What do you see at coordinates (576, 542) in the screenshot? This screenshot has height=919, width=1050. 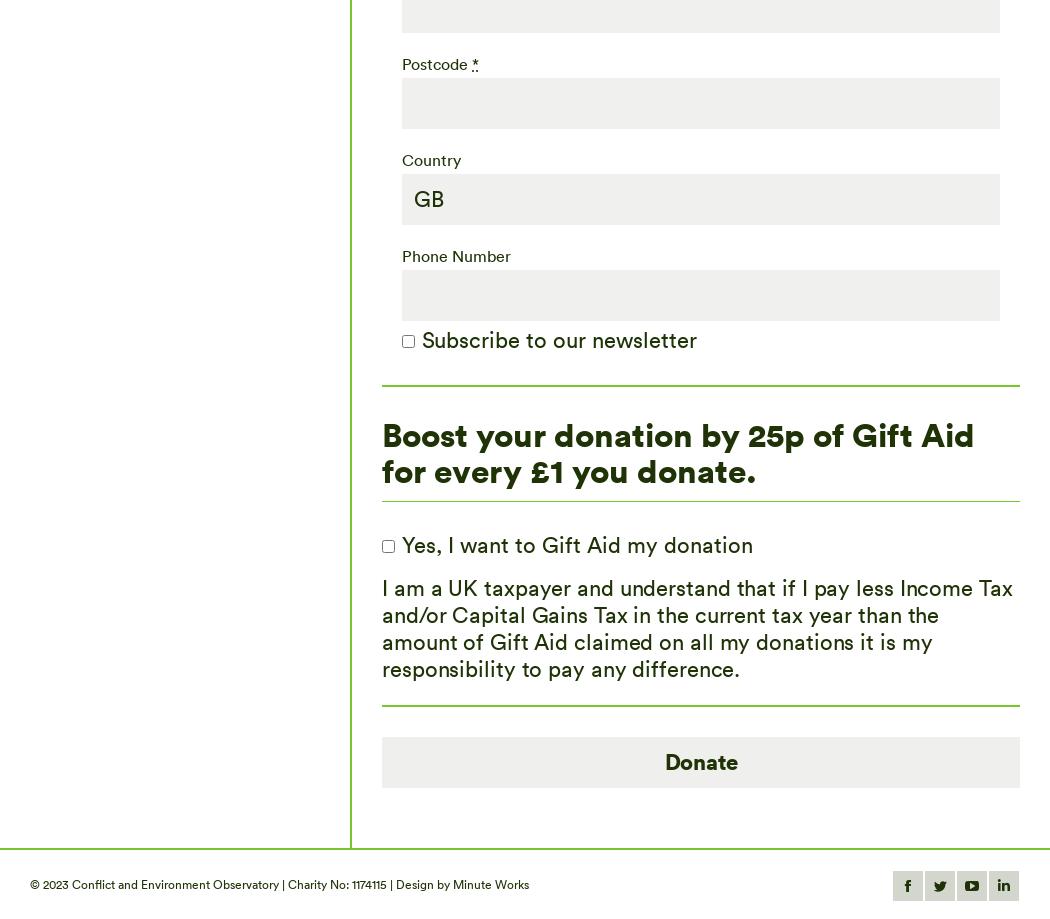 I see `'Yes, I want to Gift Aid my donation'` at bounding box center [576, 542].